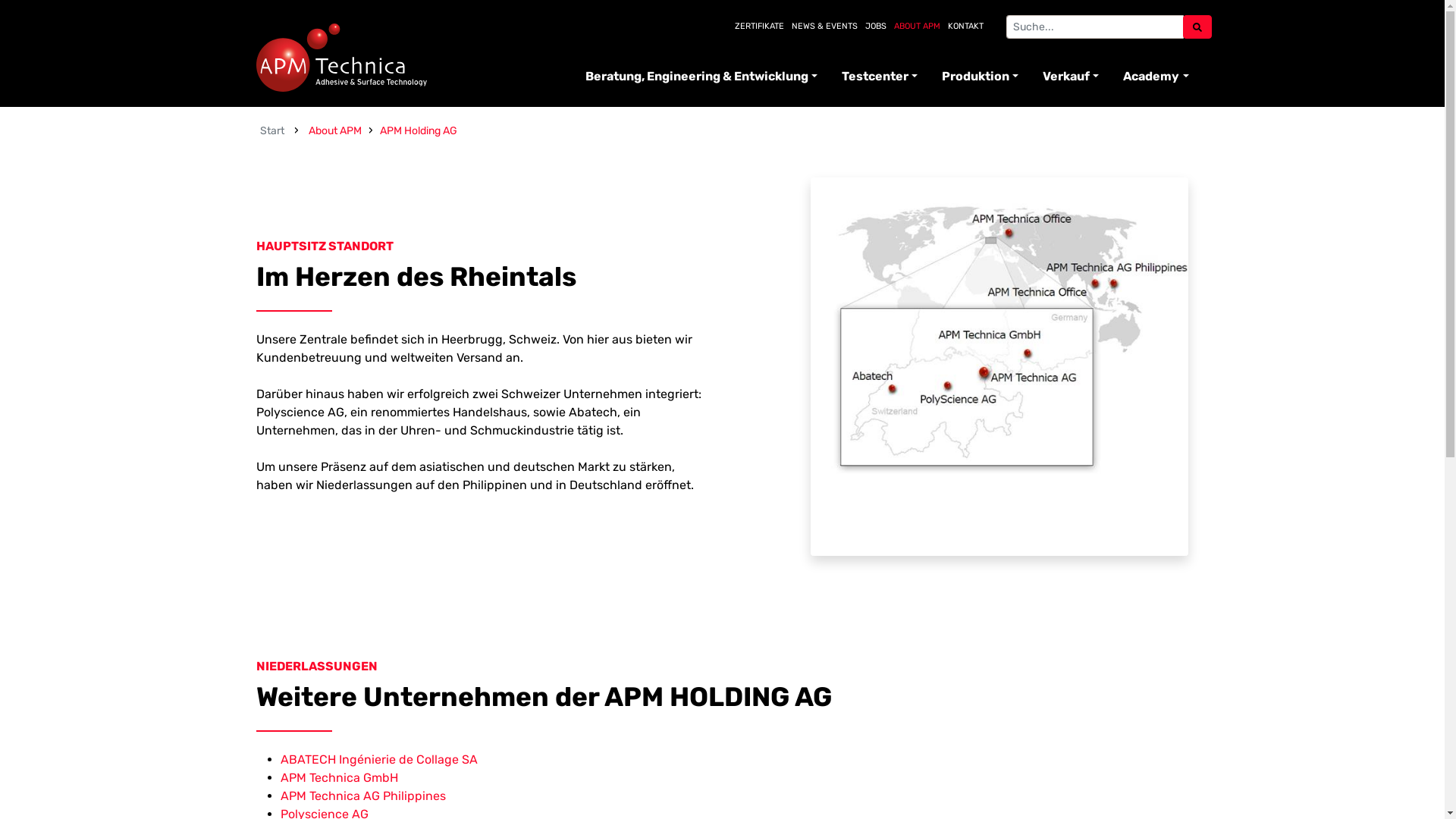 This screenshot has width=1456, height=819. What do you see at coordinates (965, 26) in the screenshot?
I see `'KONTAKT'` at bounding box center [965, 26].